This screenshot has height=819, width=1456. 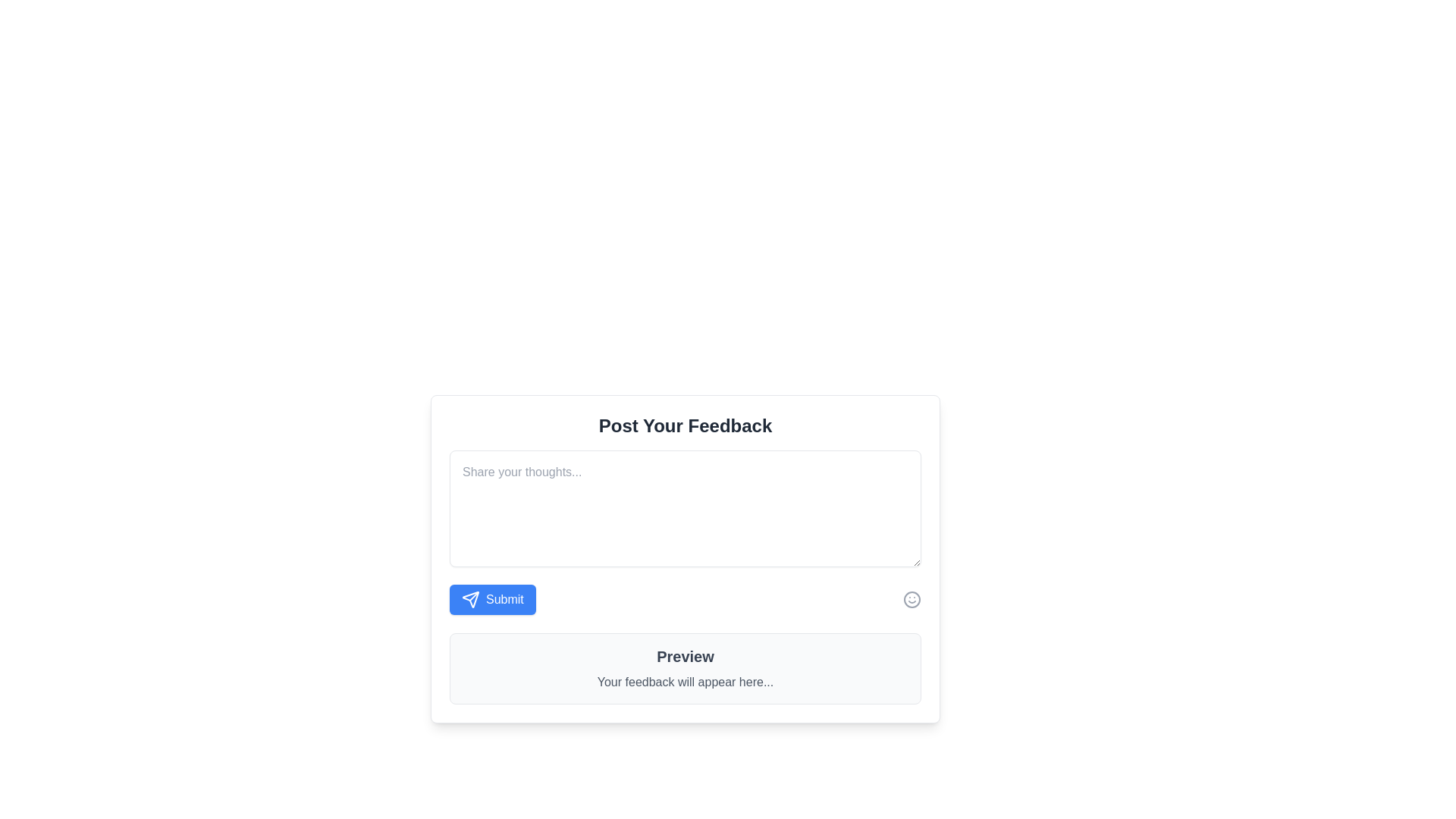 What do you see at coordinates (684, 426) in the screenshot?
I see `the bold header text 'Post Your Feedback' at the top of the feedback submission section, which is visually prominent and centered` at bounding box center [684, 426].